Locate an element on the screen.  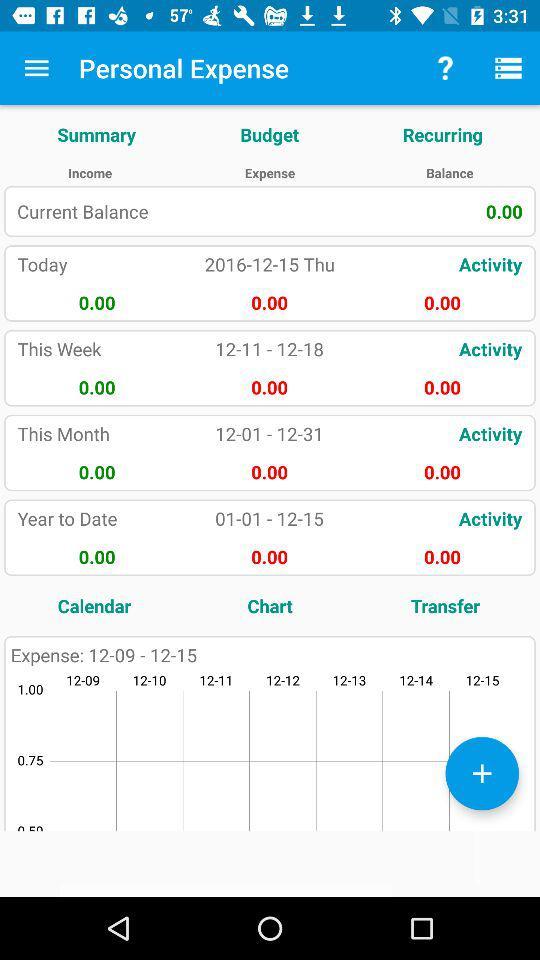
adiction is located at coordinates (481, 772).